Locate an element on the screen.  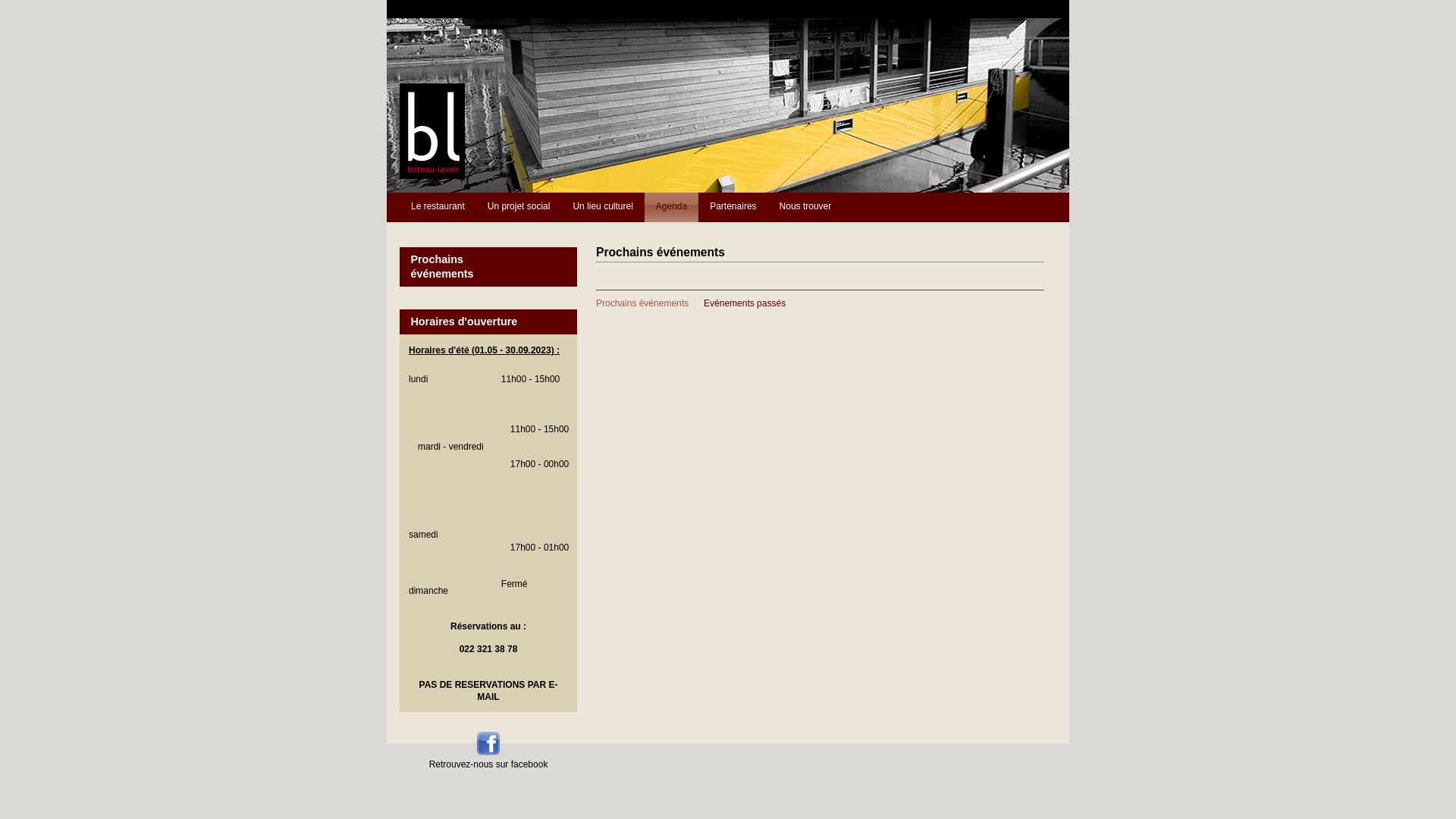
'Nous trouver' is located at coordinates (805, 207).